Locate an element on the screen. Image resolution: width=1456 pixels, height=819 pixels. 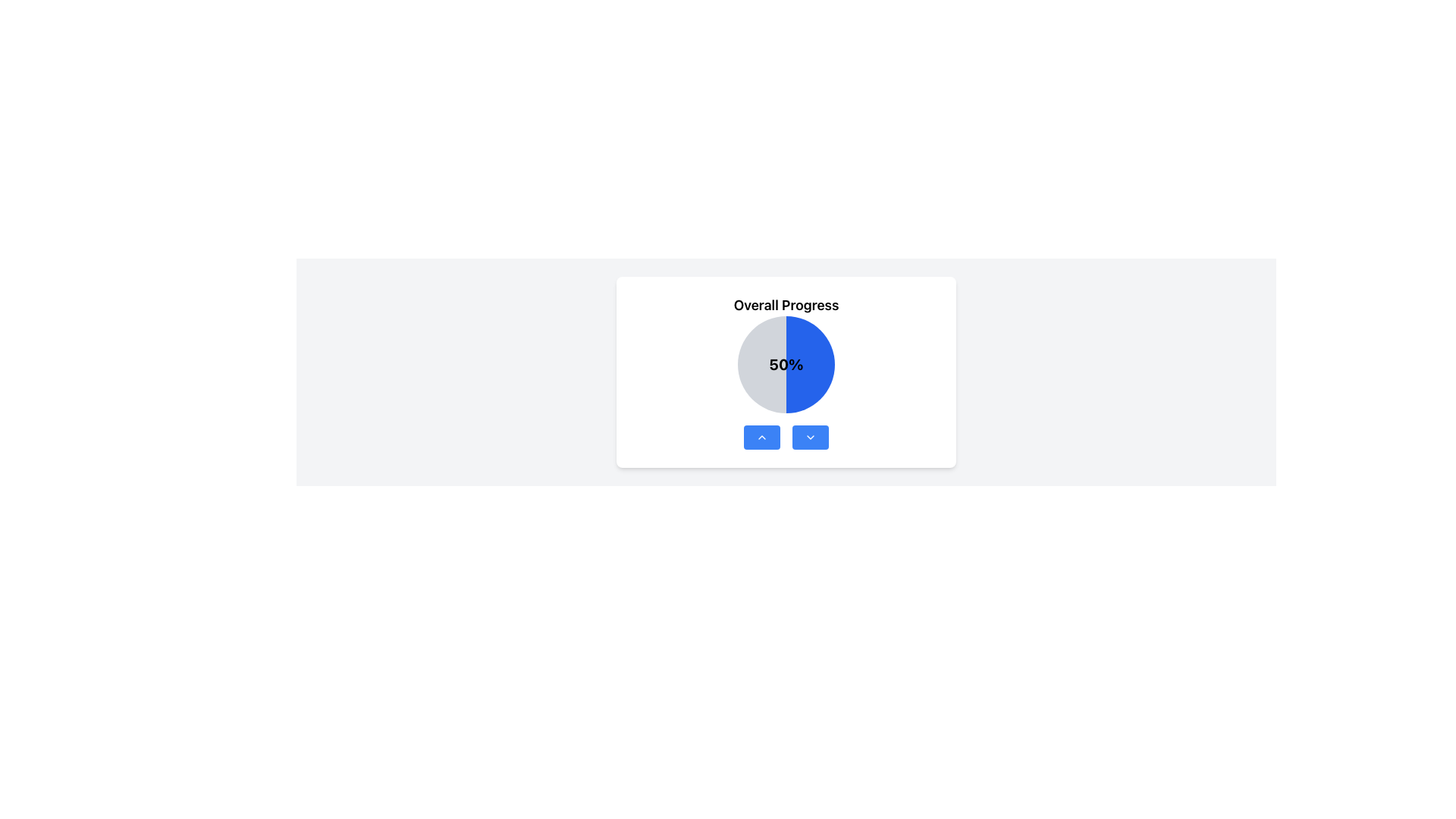
the downward button located below the progress circle in the 'Overall Progress' card to decrement the value is located at coordinates (786, 438).